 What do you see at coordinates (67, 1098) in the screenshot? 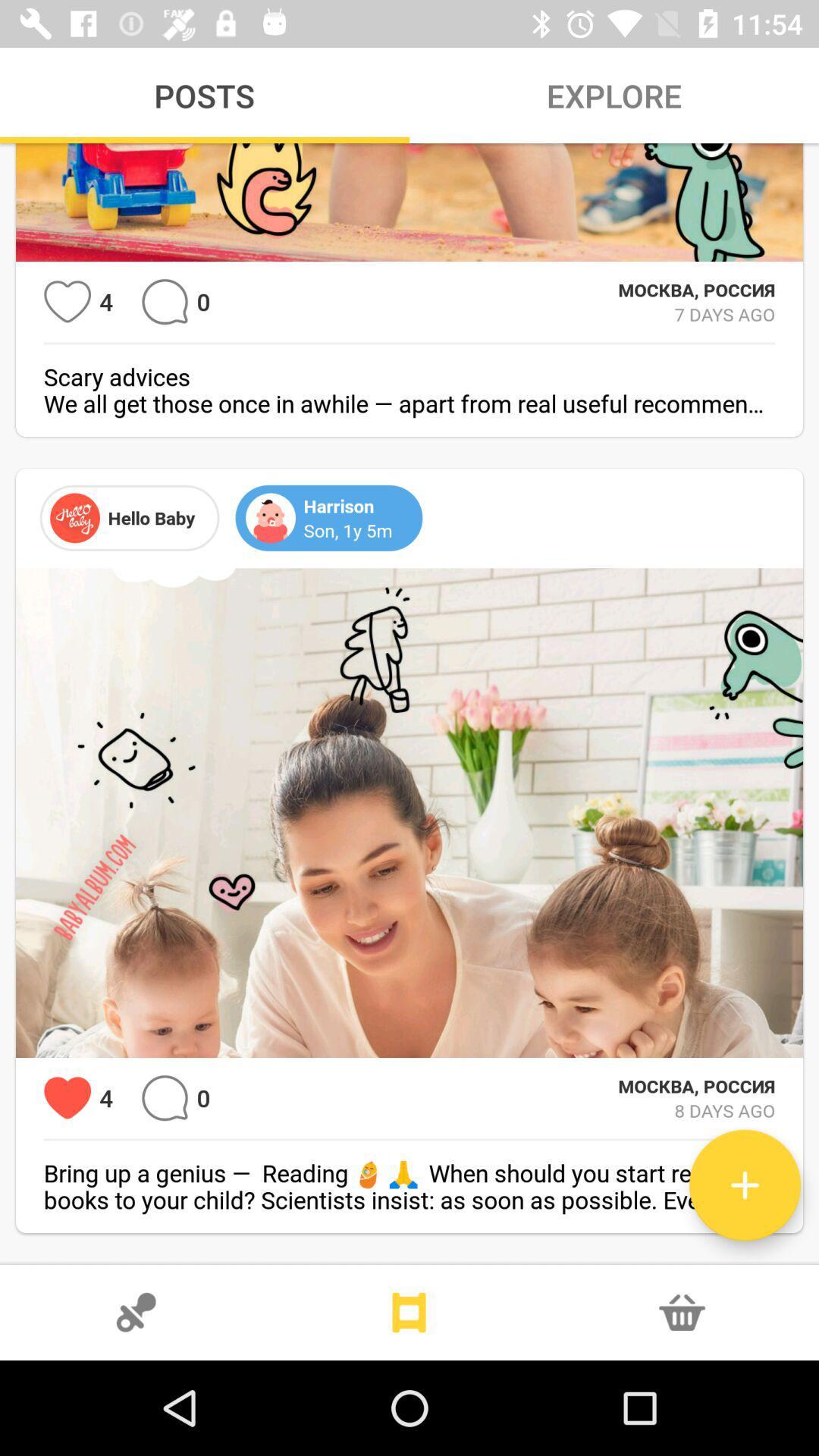
I see `like page` at bounding box center [67, 1098].